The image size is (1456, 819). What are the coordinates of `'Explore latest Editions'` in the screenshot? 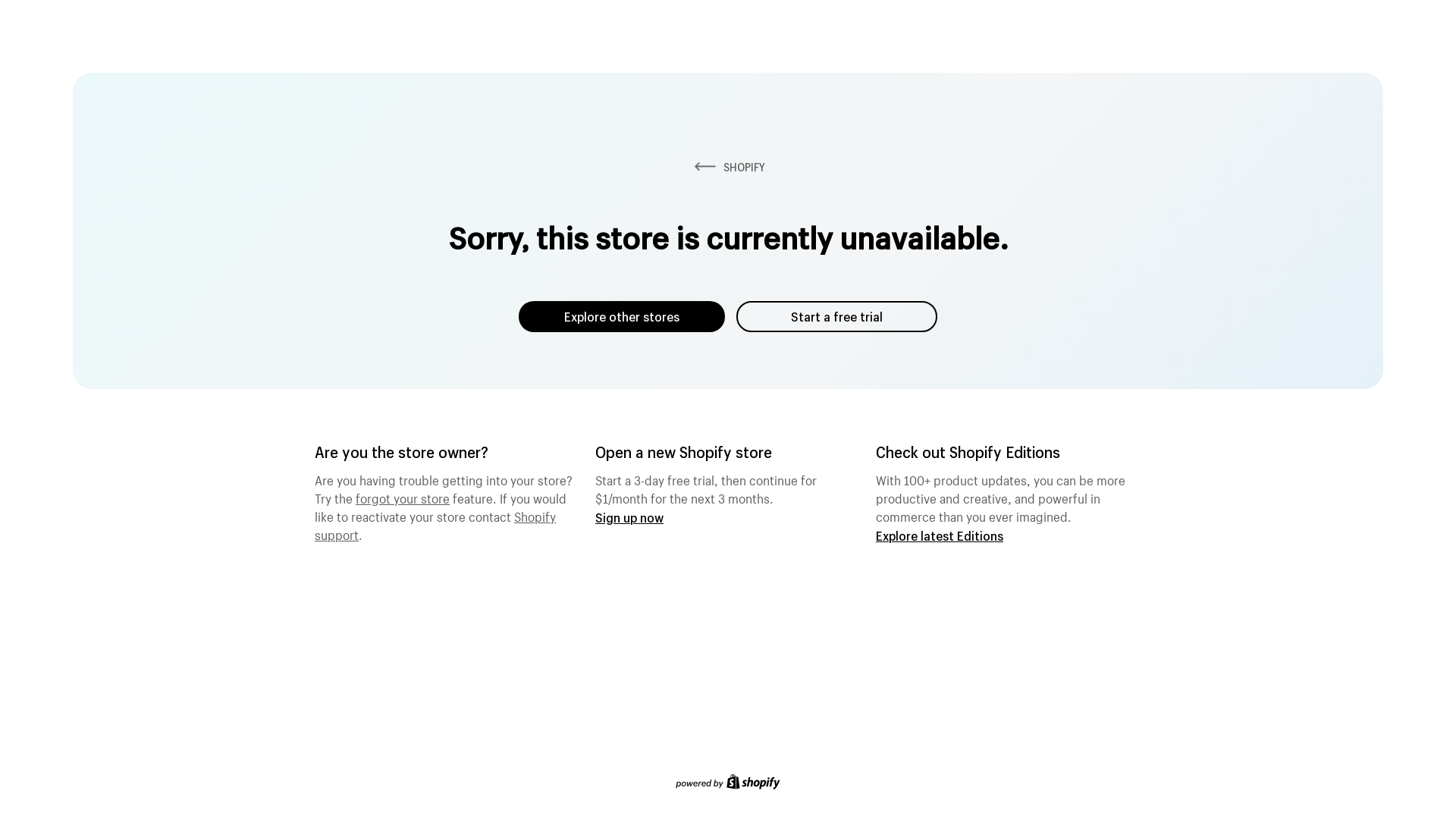 It's located at (938, 535).